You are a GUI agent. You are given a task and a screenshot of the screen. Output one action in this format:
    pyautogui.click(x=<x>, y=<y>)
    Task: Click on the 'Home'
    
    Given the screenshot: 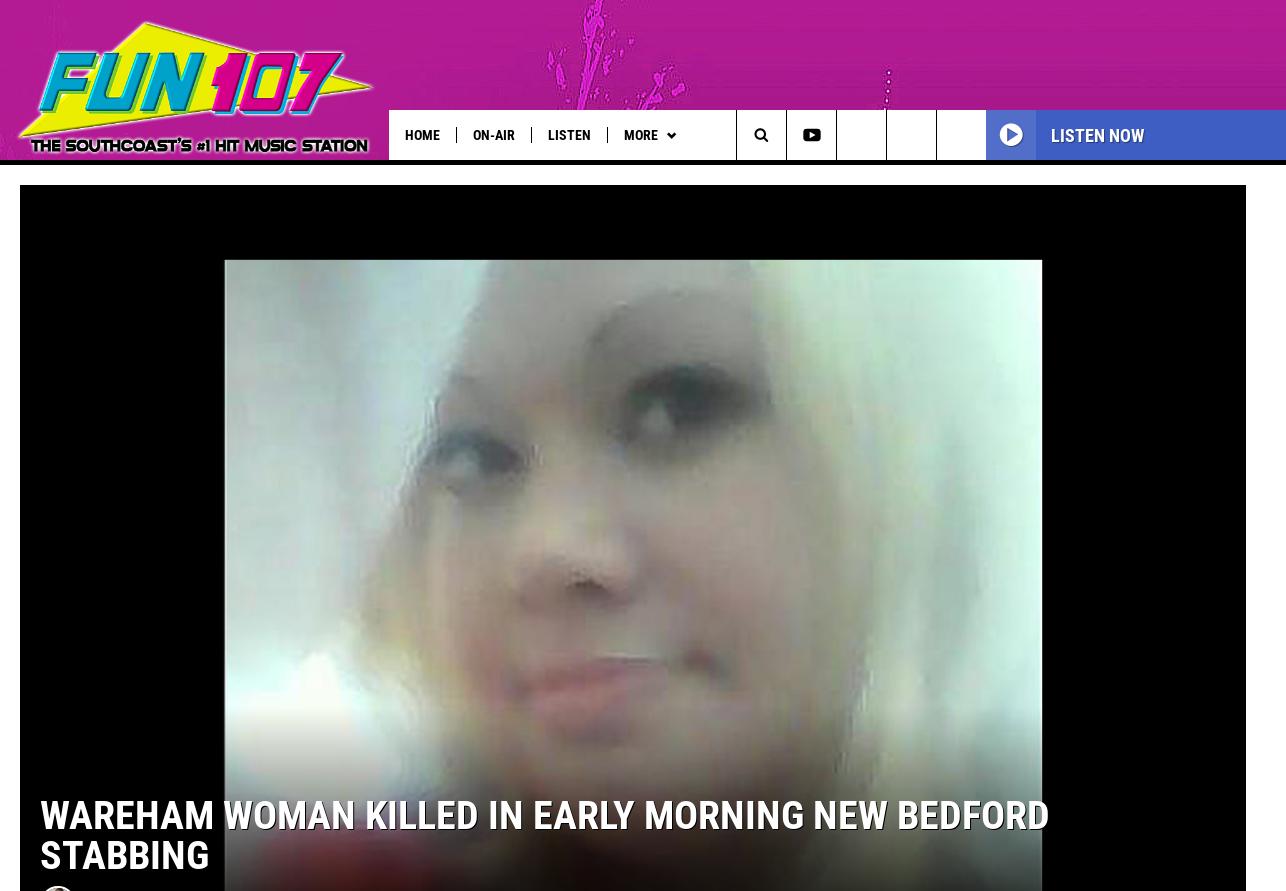 What is the action you would take?
    pyautogui.click(x=420, y=133)
    